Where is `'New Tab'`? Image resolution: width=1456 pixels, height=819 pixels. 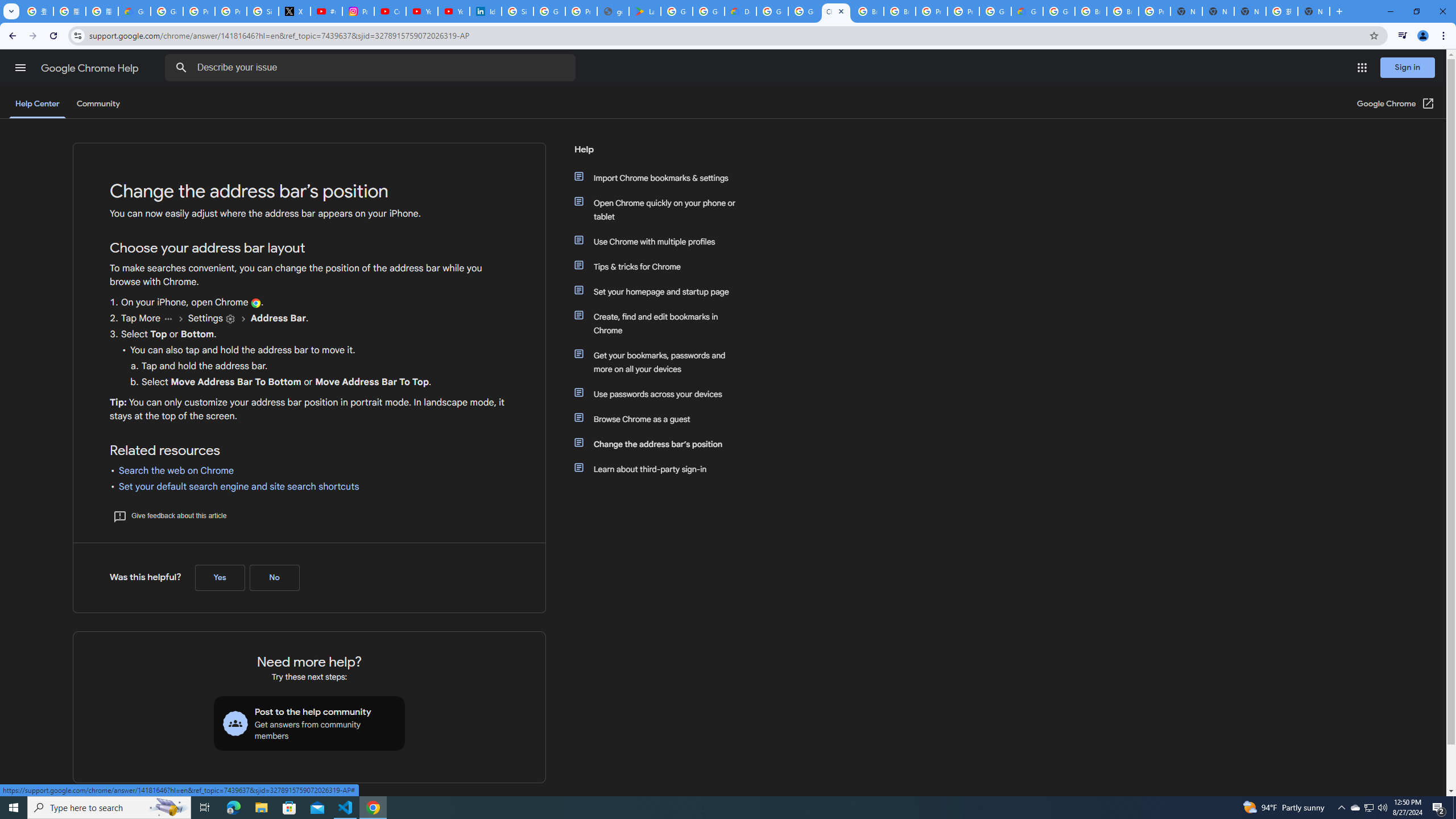 'New Tab' is located at coordinates (1314, 11).